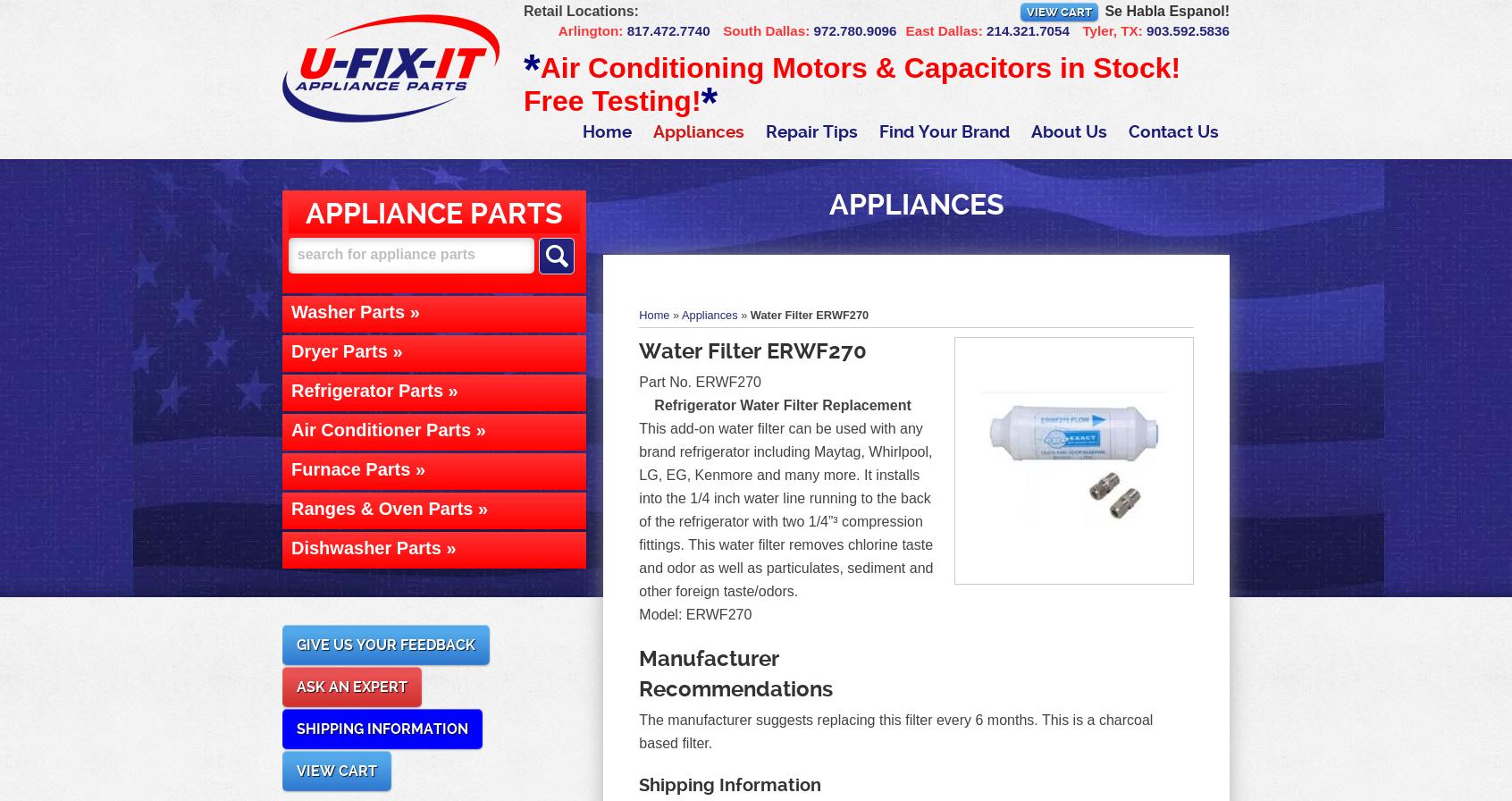  Describe the element at coordinates (895, 731) in the screenshot. I see `'The manufacturer suggests replacing this filter every 6 months. This is a charcoal based filter.'` at that location.